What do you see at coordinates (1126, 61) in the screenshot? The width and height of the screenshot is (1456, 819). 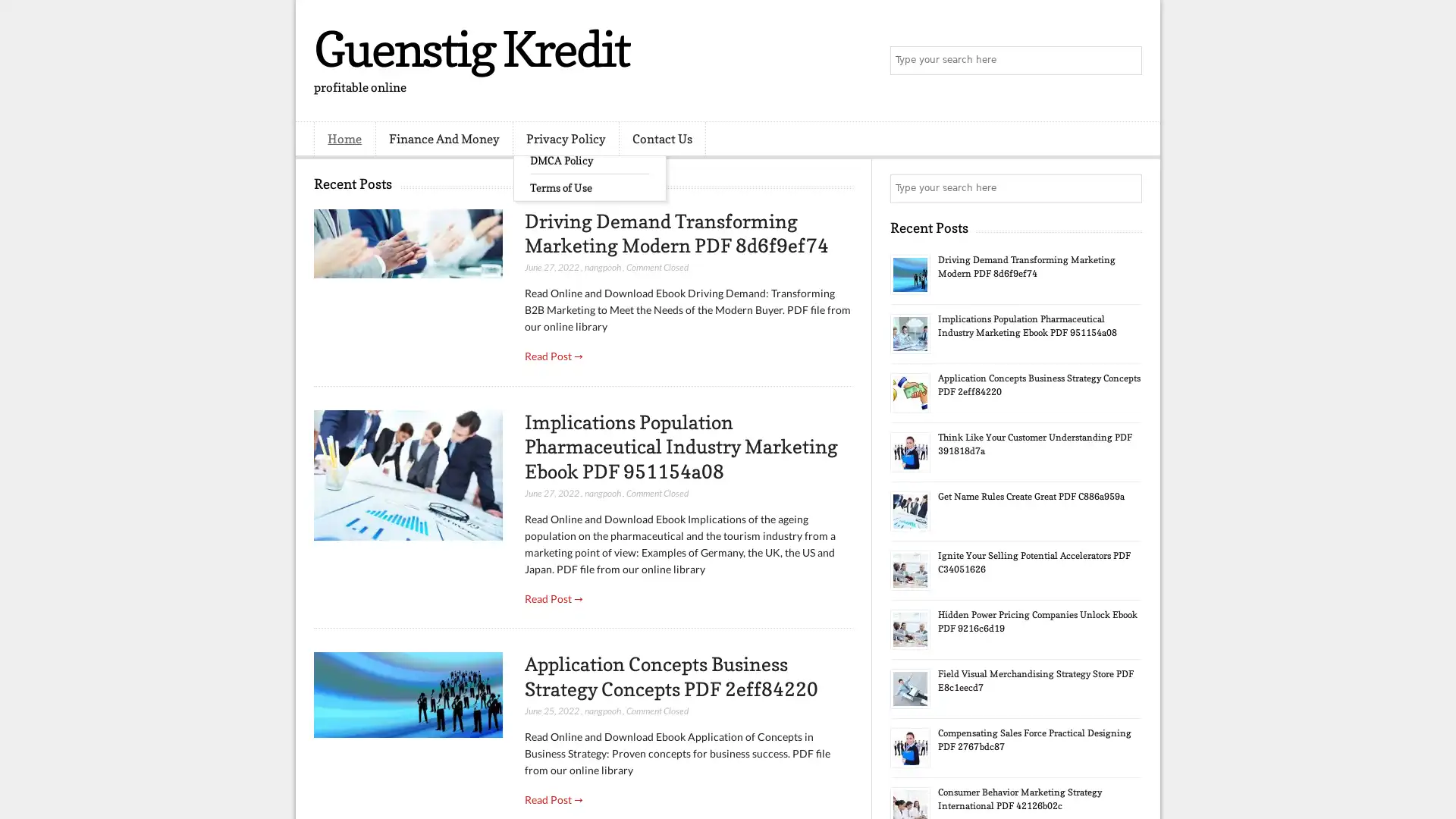 I see `Search` at bounding box center [1126, 61].